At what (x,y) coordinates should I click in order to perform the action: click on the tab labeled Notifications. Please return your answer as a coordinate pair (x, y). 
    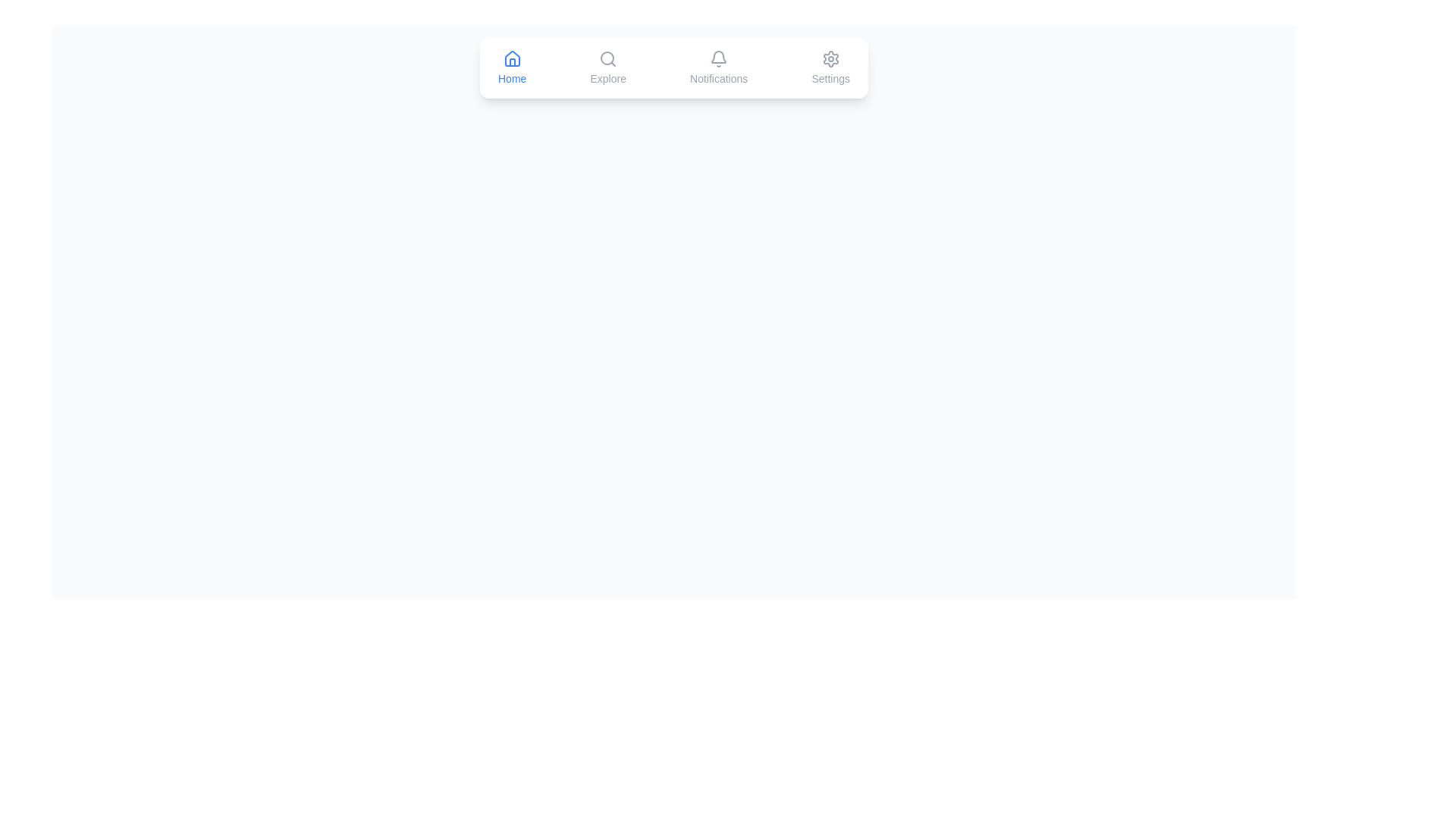
    Looking at the image, I should click on (718, 67).